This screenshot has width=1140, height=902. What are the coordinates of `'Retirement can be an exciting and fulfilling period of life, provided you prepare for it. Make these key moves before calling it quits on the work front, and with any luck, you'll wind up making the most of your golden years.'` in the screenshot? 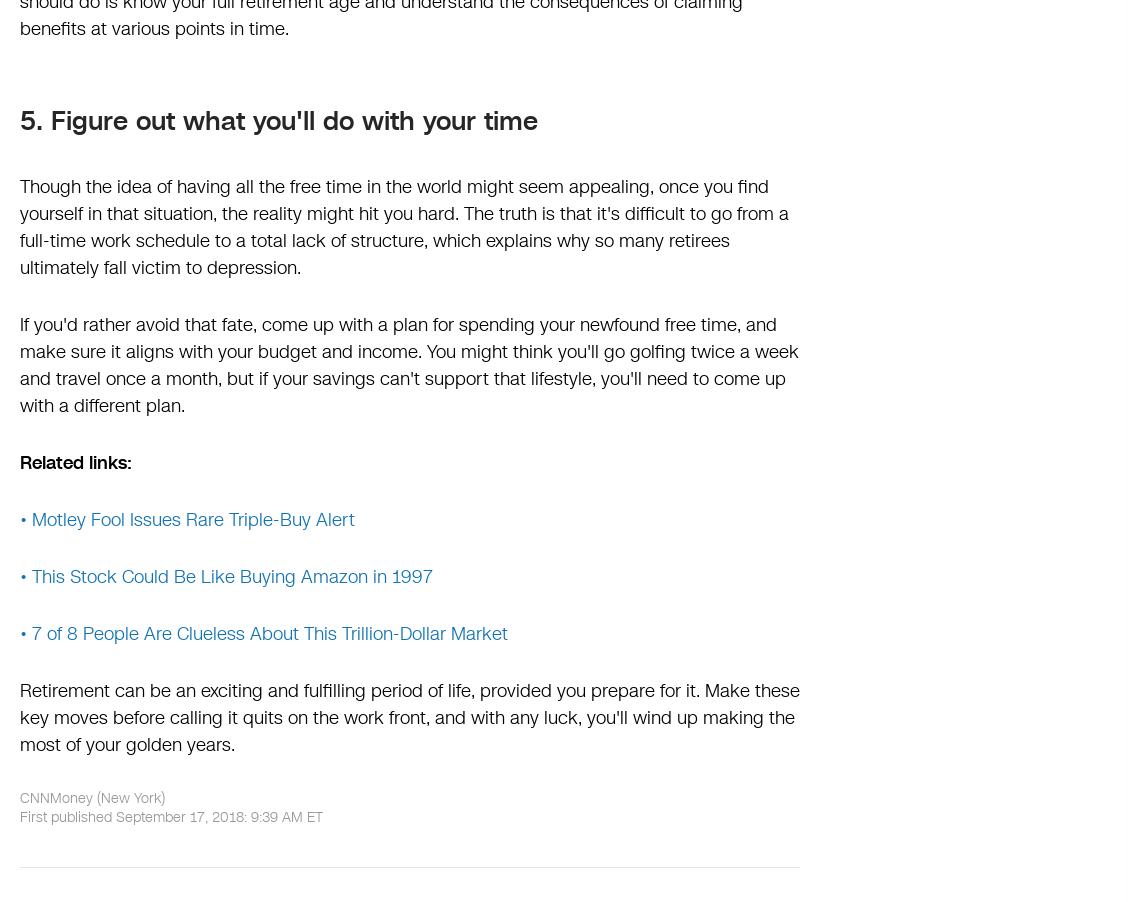 It's located at (19, 717).